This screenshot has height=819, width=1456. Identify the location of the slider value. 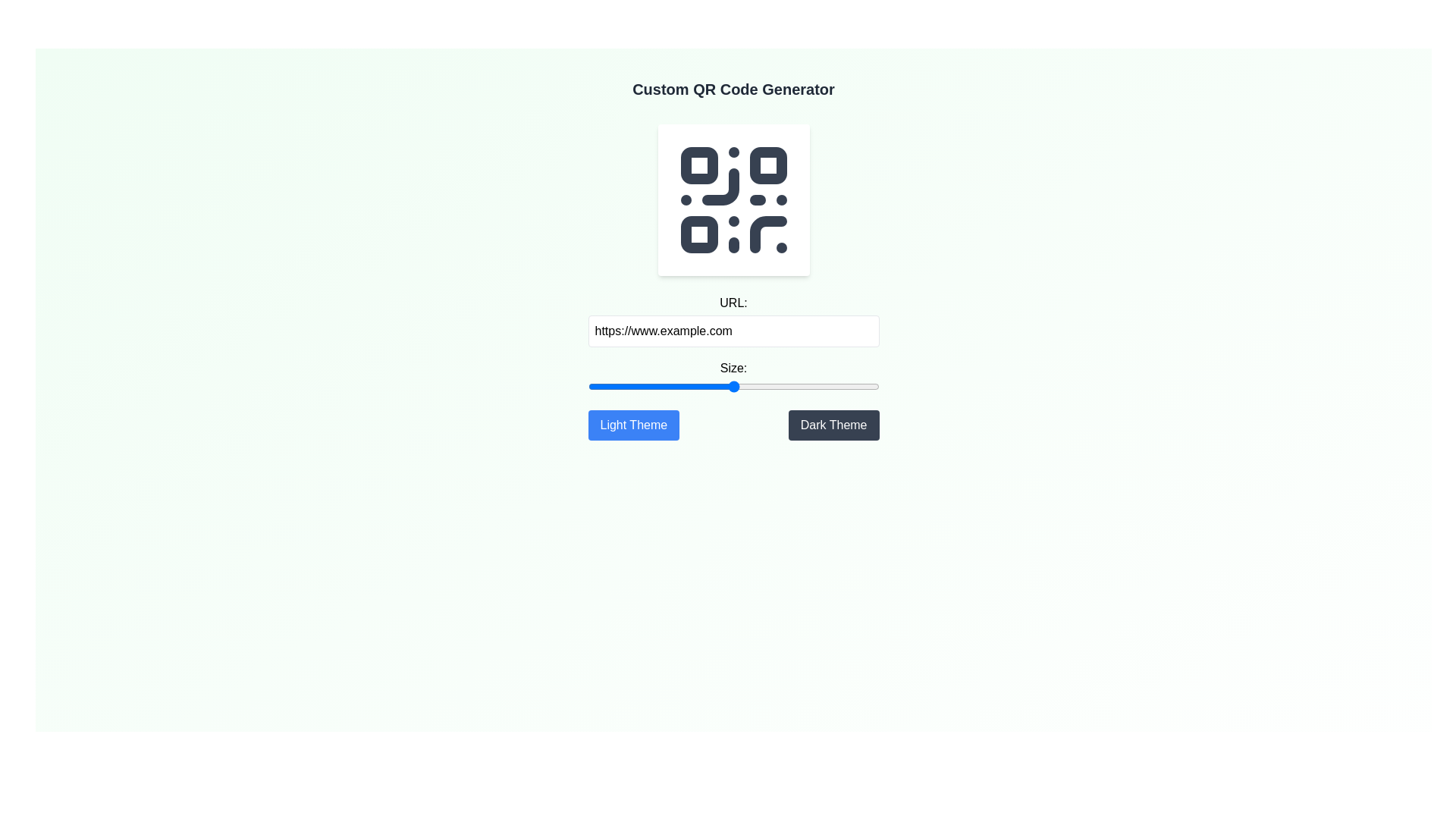
(846, 385).